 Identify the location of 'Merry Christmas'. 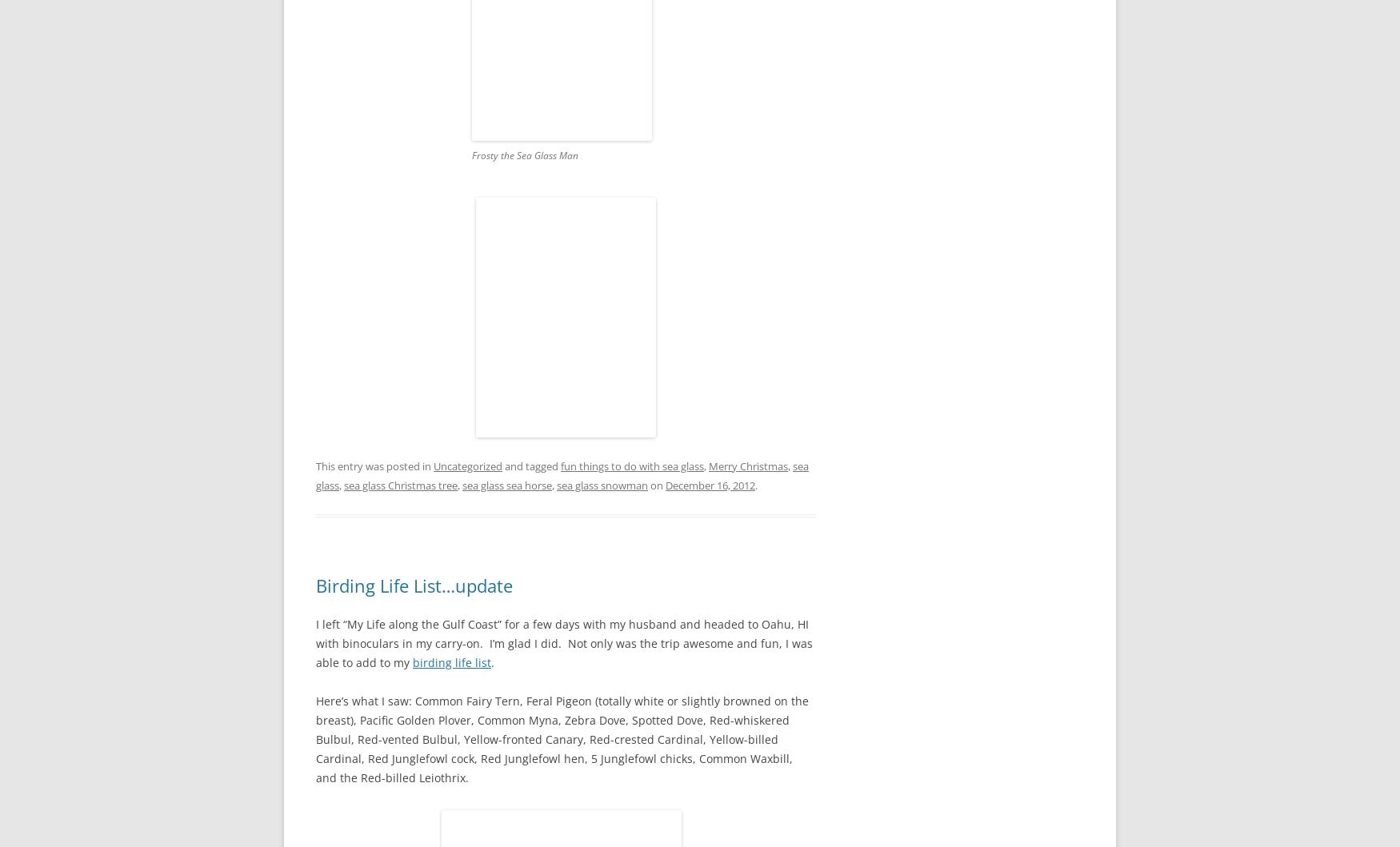
(747, 465).